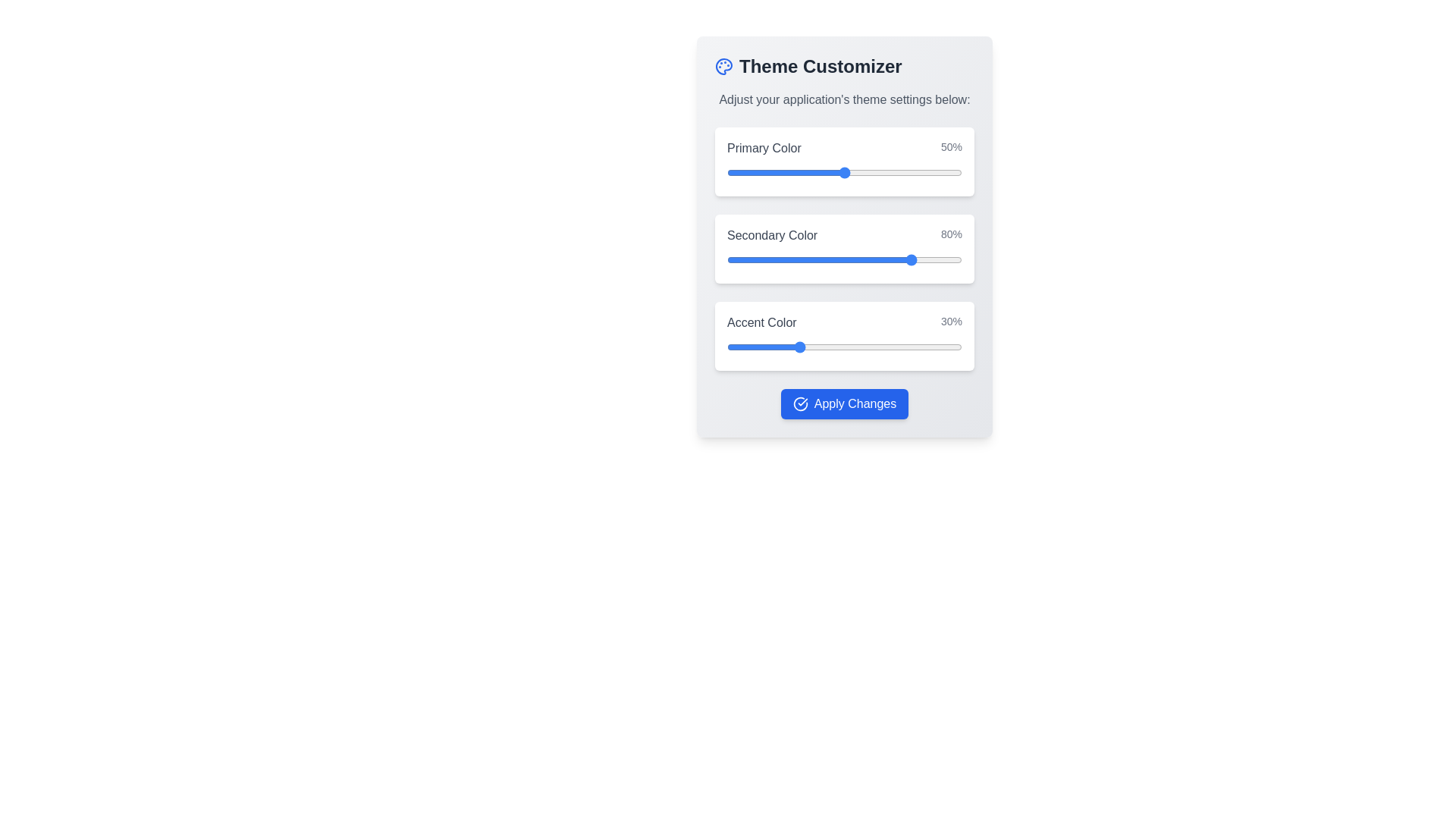 Image resolution: width=1456 pixels, height=819 pixels. Describe the element at coordinates (843, 66) in the screenshot. I see `the Header labeled 'Theme Customizer' with a colorful palette icon located at the top of the theme customization settings section` at that location.